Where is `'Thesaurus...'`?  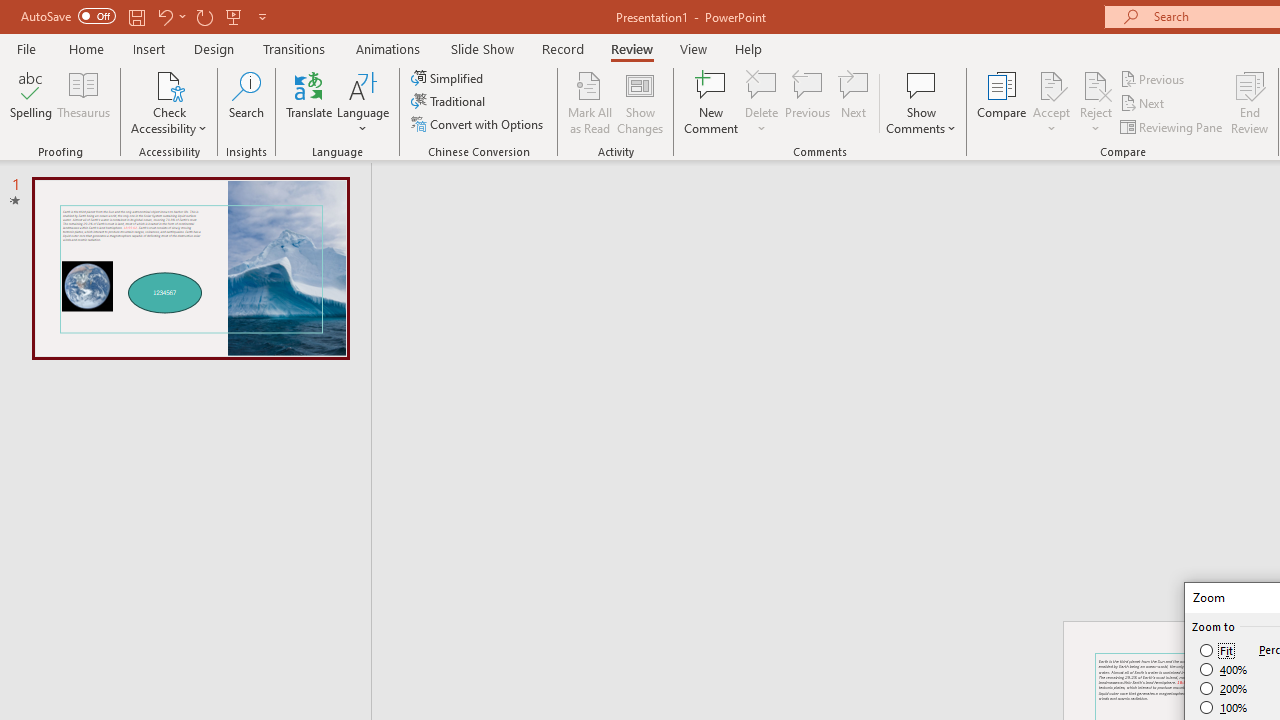 'Thesaurus...' is located at coordinates (82, 103).